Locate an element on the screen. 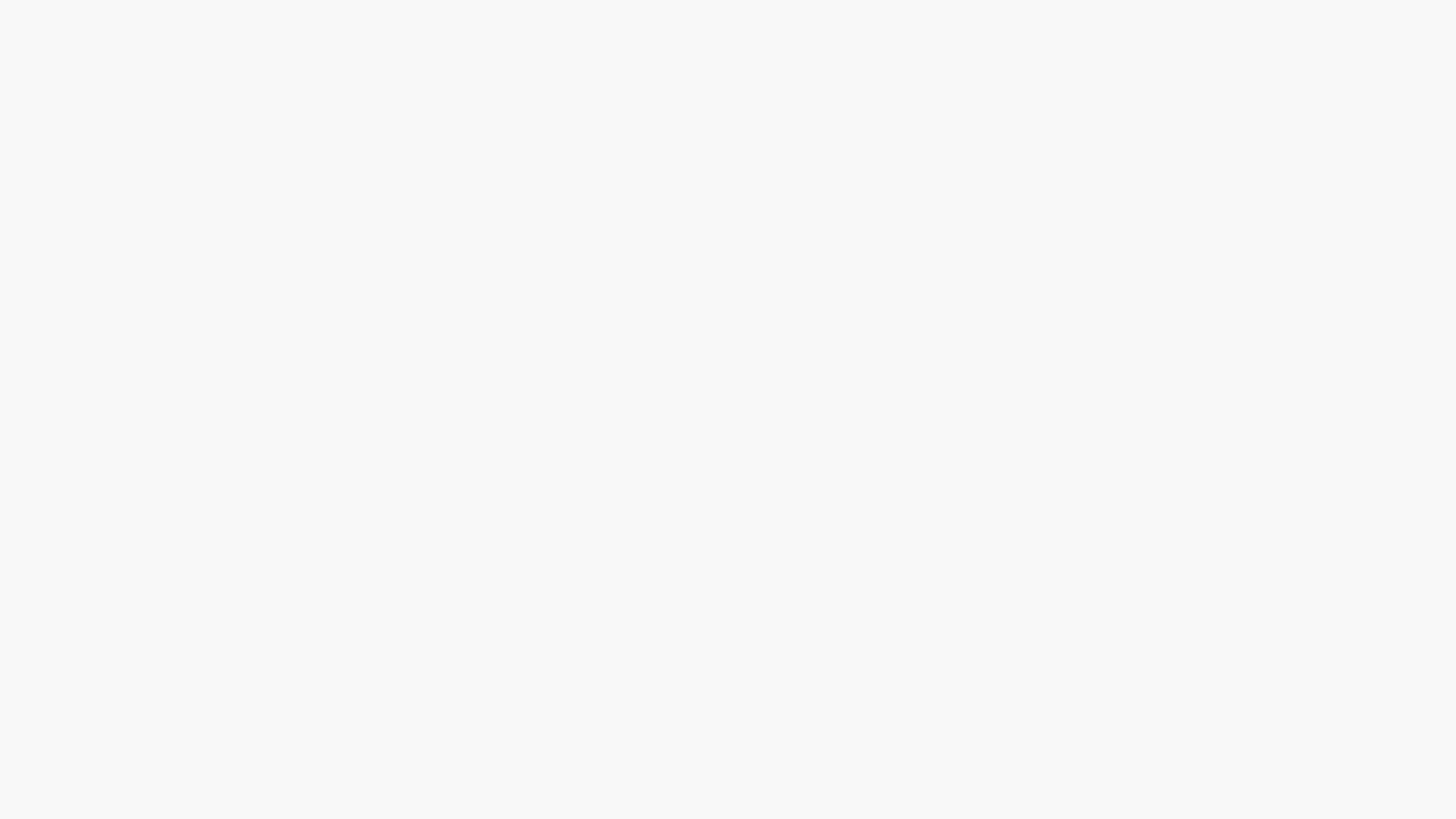 Image resolution: width=1456 pixels, height=819 pixels. Botao Compartilhar is located at coordinates (473, 429).